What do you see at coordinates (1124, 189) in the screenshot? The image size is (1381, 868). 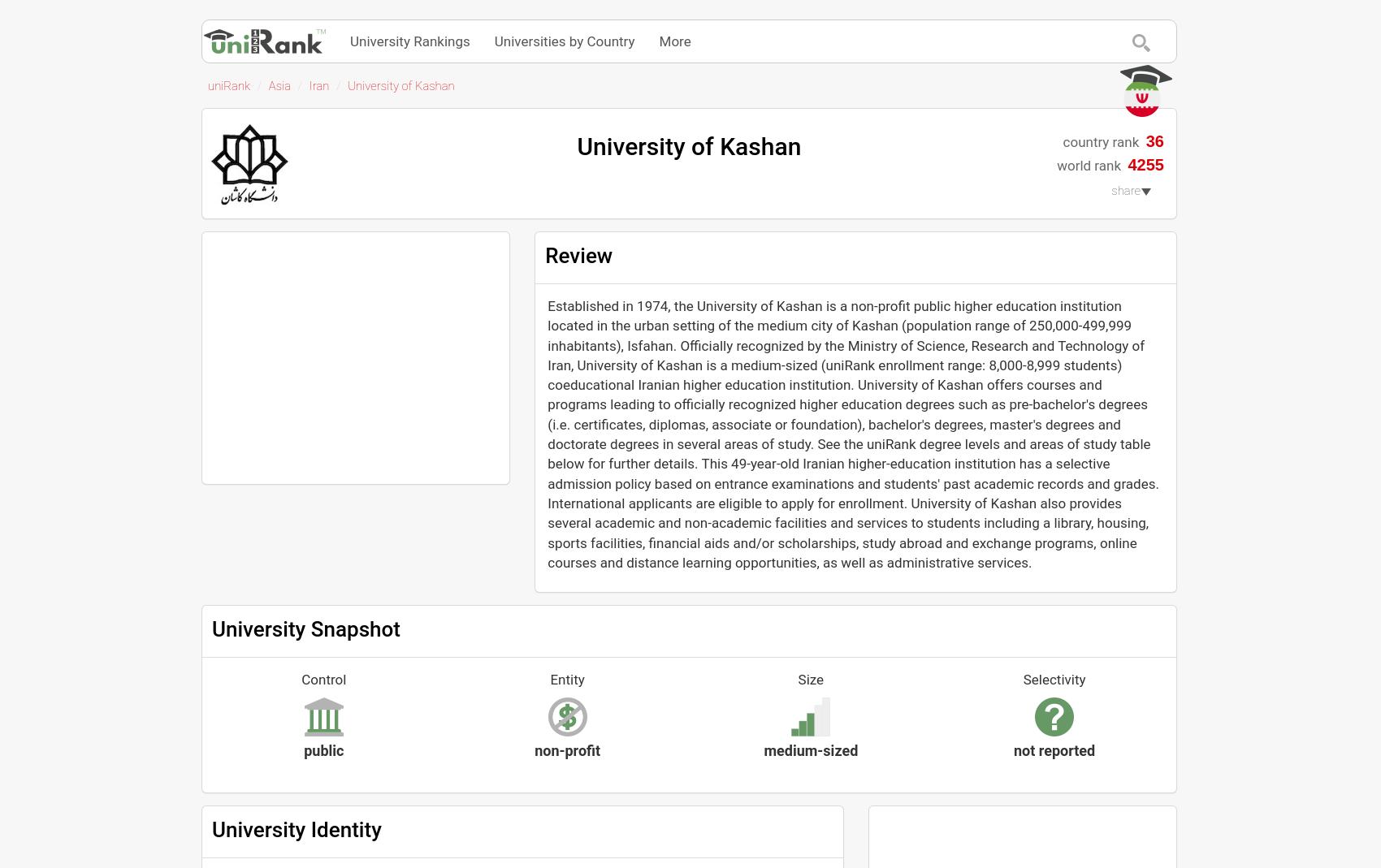 I see `'share'` at bounding box center [1124, 189].